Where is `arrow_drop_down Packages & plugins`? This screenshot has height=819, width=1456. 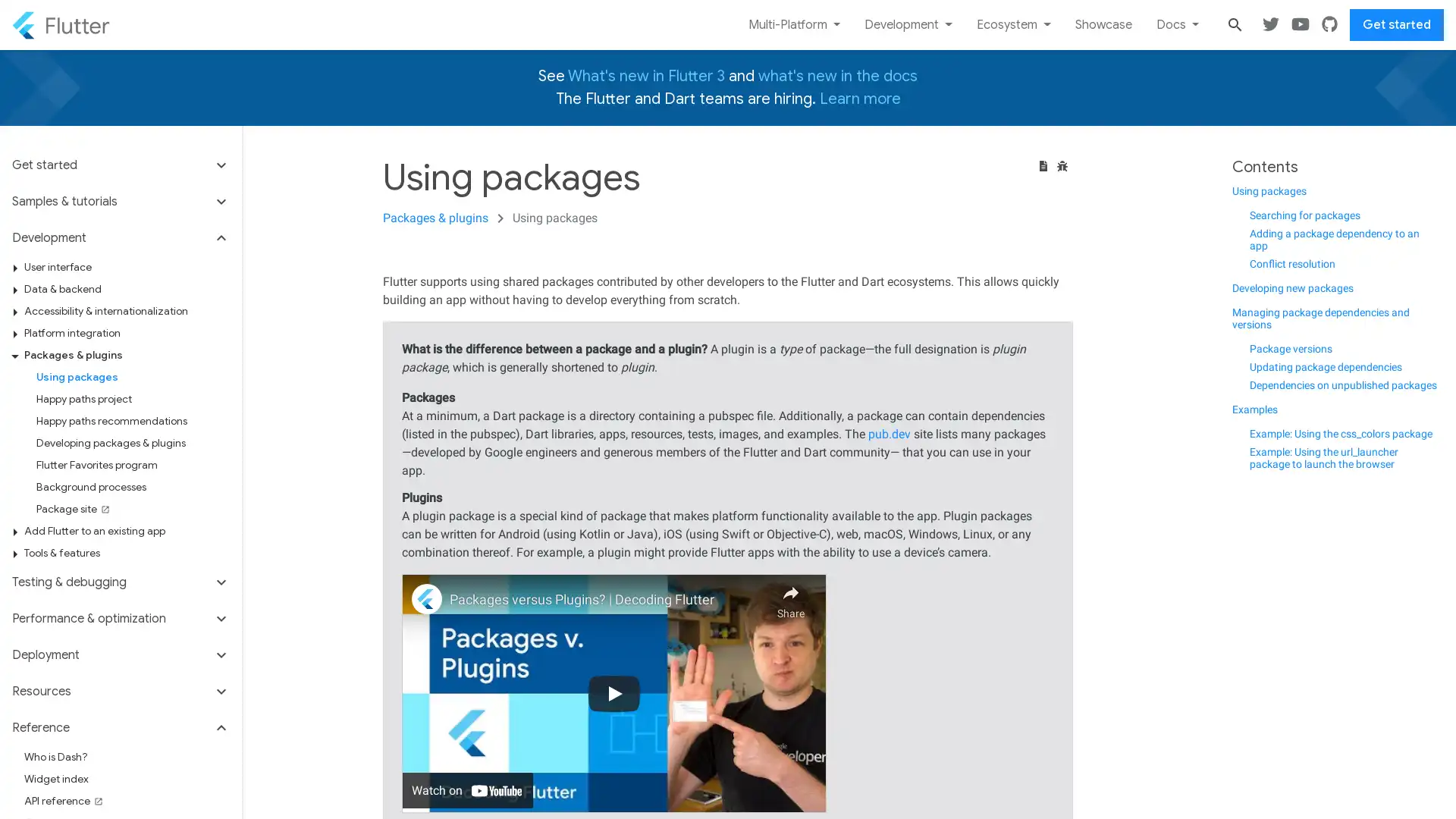 arrow_drop_down Packages & plugins is located at coordinates (127, 355).